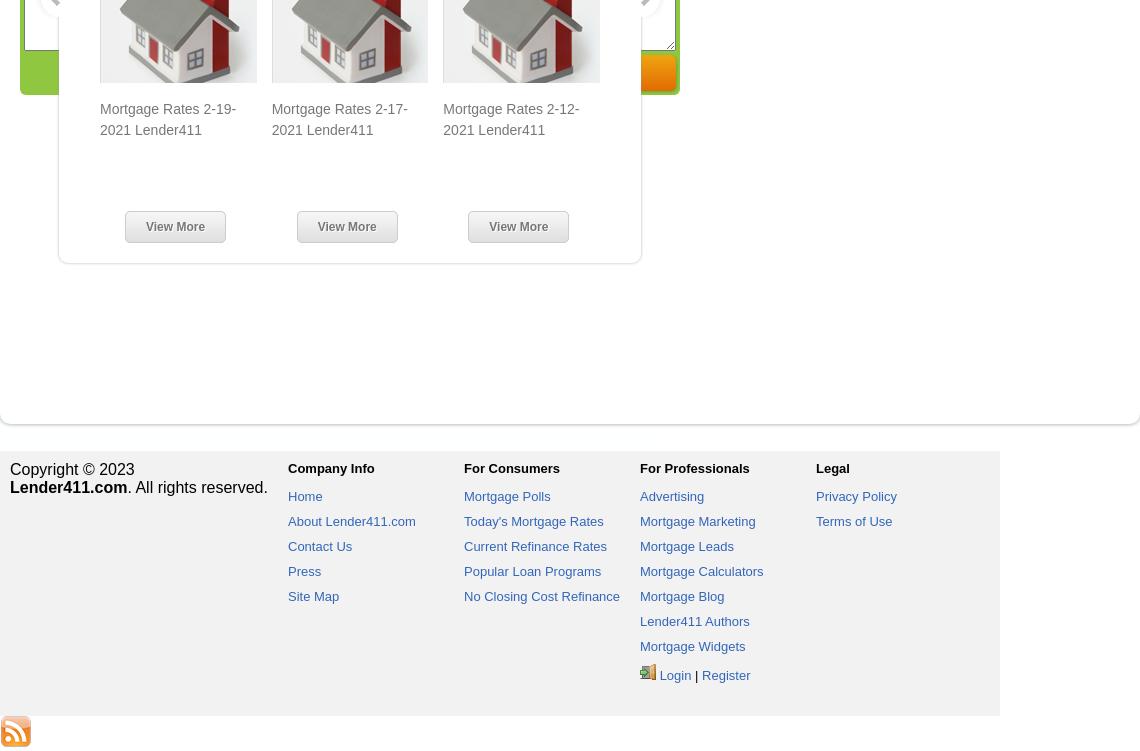 This screenshot has width=1140, height=751. I want to click on 'Popular Loan Programs', so click(463, 570).